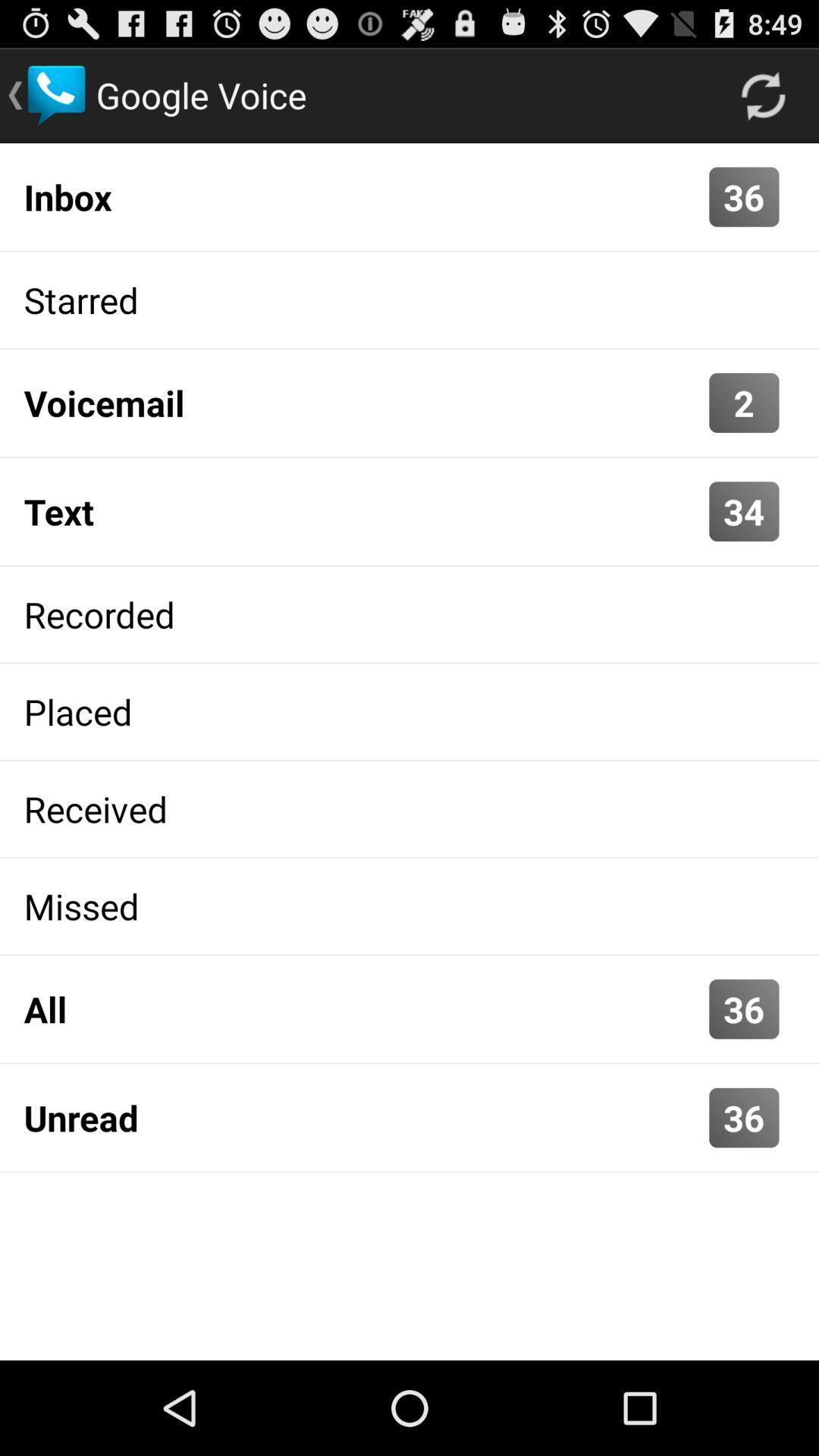  Describe the element at coordinates (409, 711) in the screenshot. I see `the app above received` at that location.